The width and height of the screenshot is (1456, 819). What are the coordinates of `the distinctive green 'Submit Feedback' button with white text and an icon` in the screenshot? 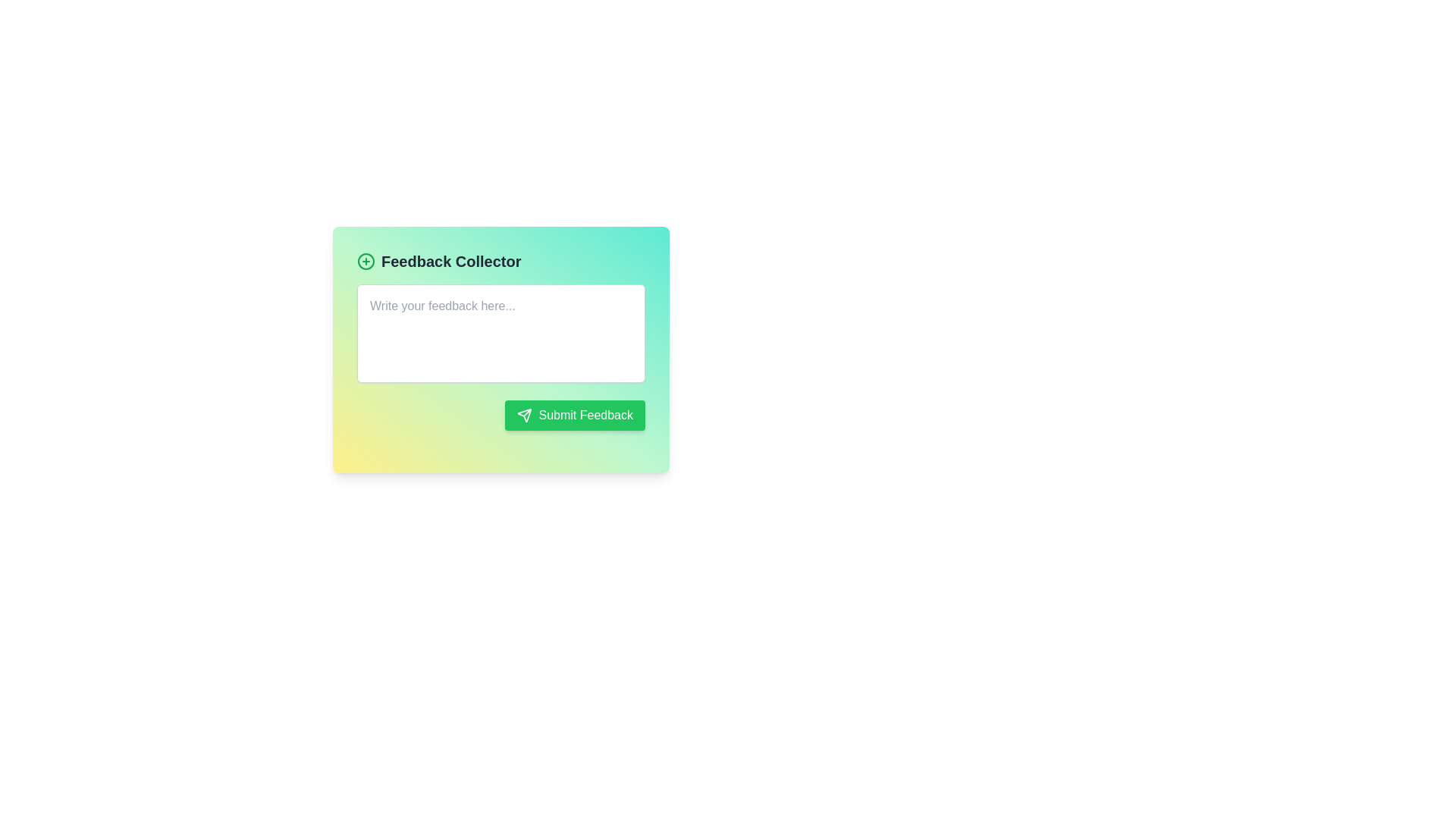 It's located at (574, 415).